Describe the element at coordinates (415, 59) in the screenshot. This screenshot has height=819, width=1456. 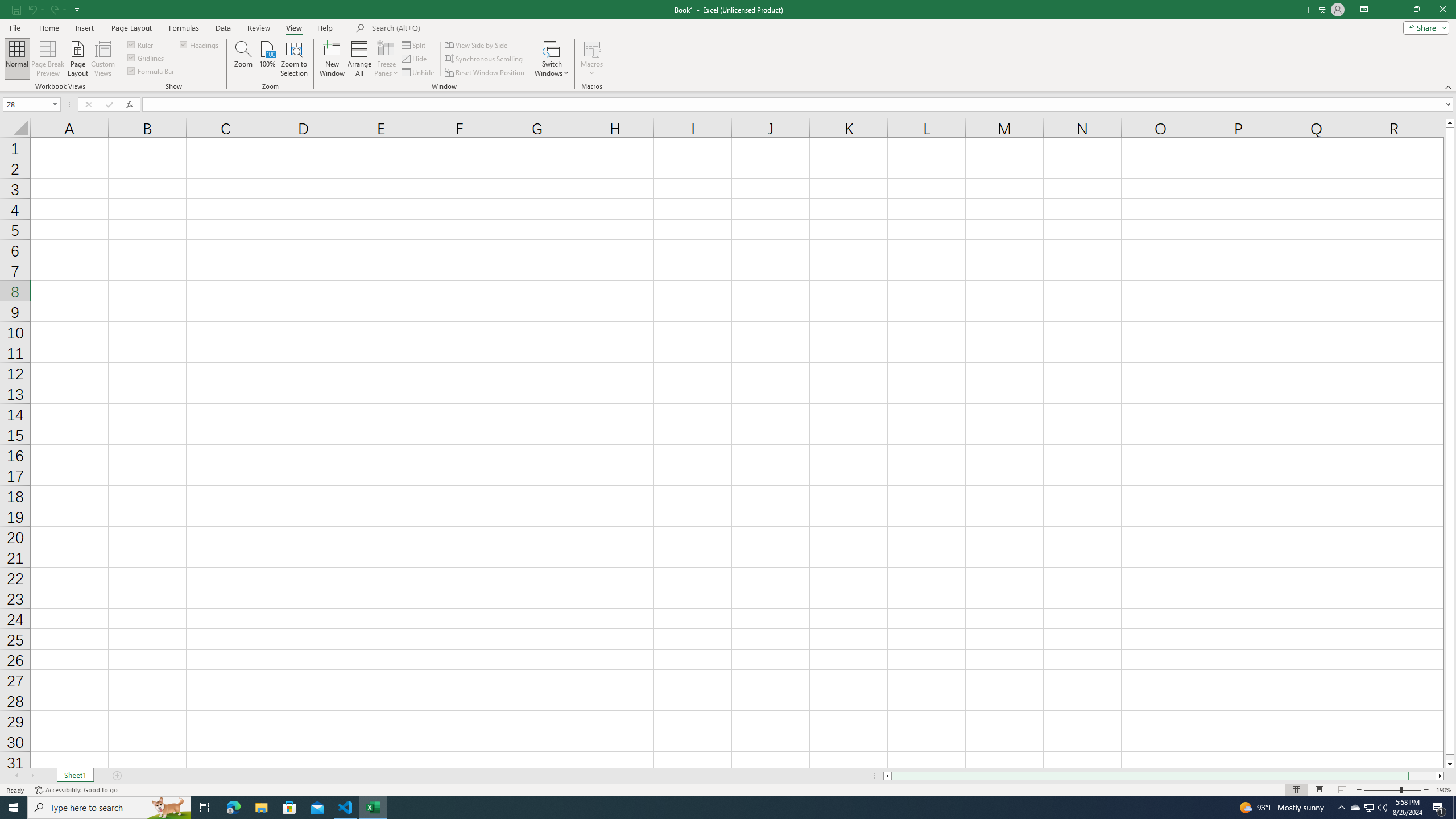
I see `'Hide'` at that location.